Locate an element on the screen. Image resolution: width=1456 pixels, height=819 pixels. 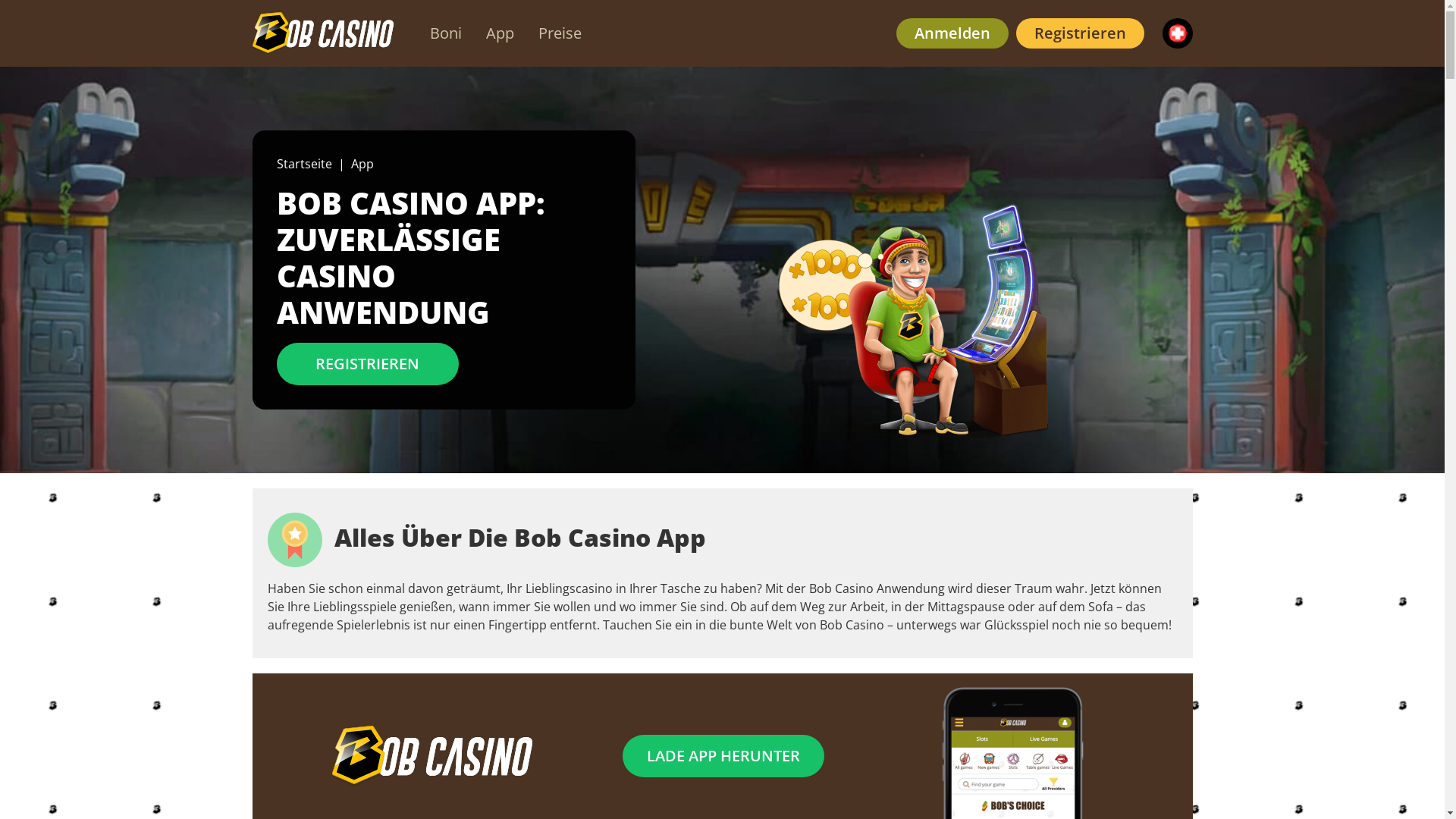
'Anmelden' is located at coordinates (952, 33).